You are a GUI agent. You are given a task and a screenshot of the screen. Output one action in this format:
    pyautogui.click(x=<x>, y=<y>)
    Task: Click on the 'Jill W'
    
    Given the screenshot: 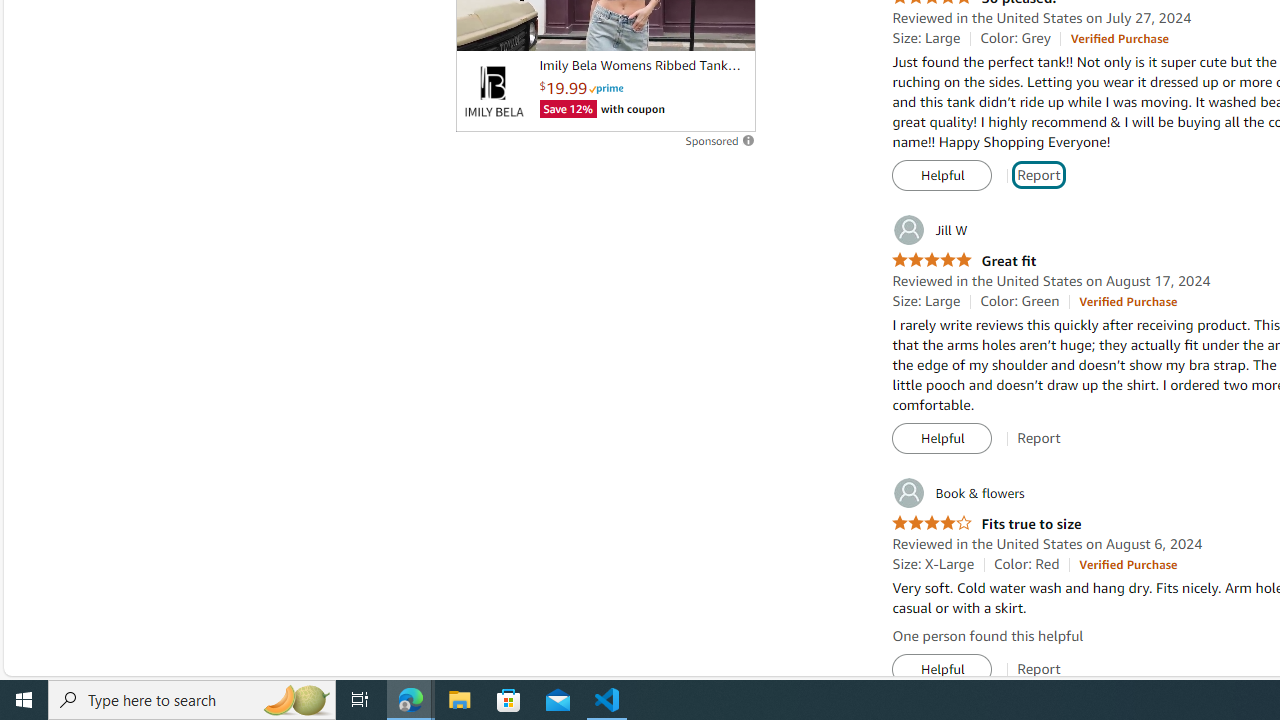 What is the action you would take?
    pyautogui.click(x=928, y=229)
    